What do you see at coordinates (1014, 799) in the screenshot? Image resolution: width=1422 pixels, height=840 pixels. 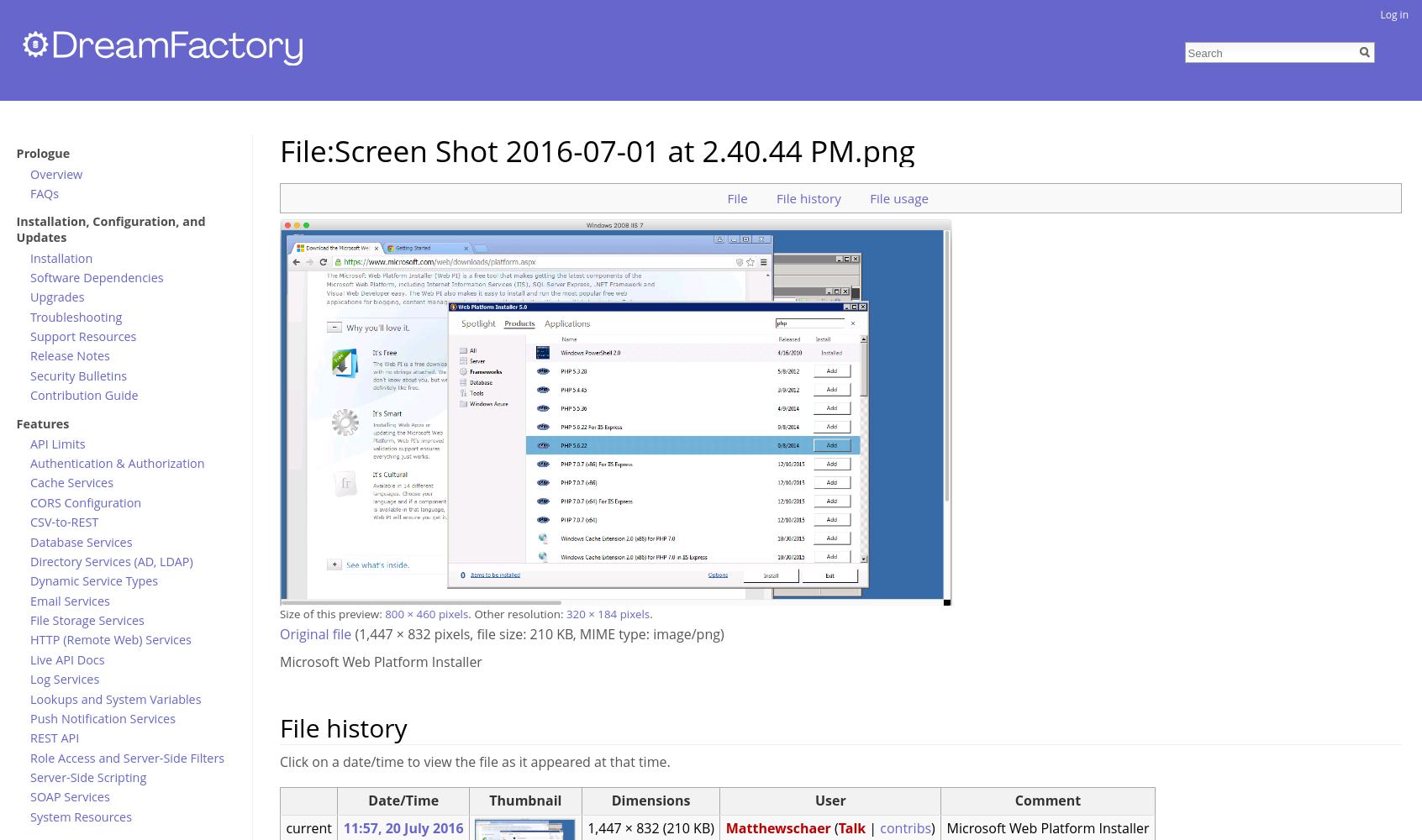 I see `'Comment'` at bounding box center [1014, 799].